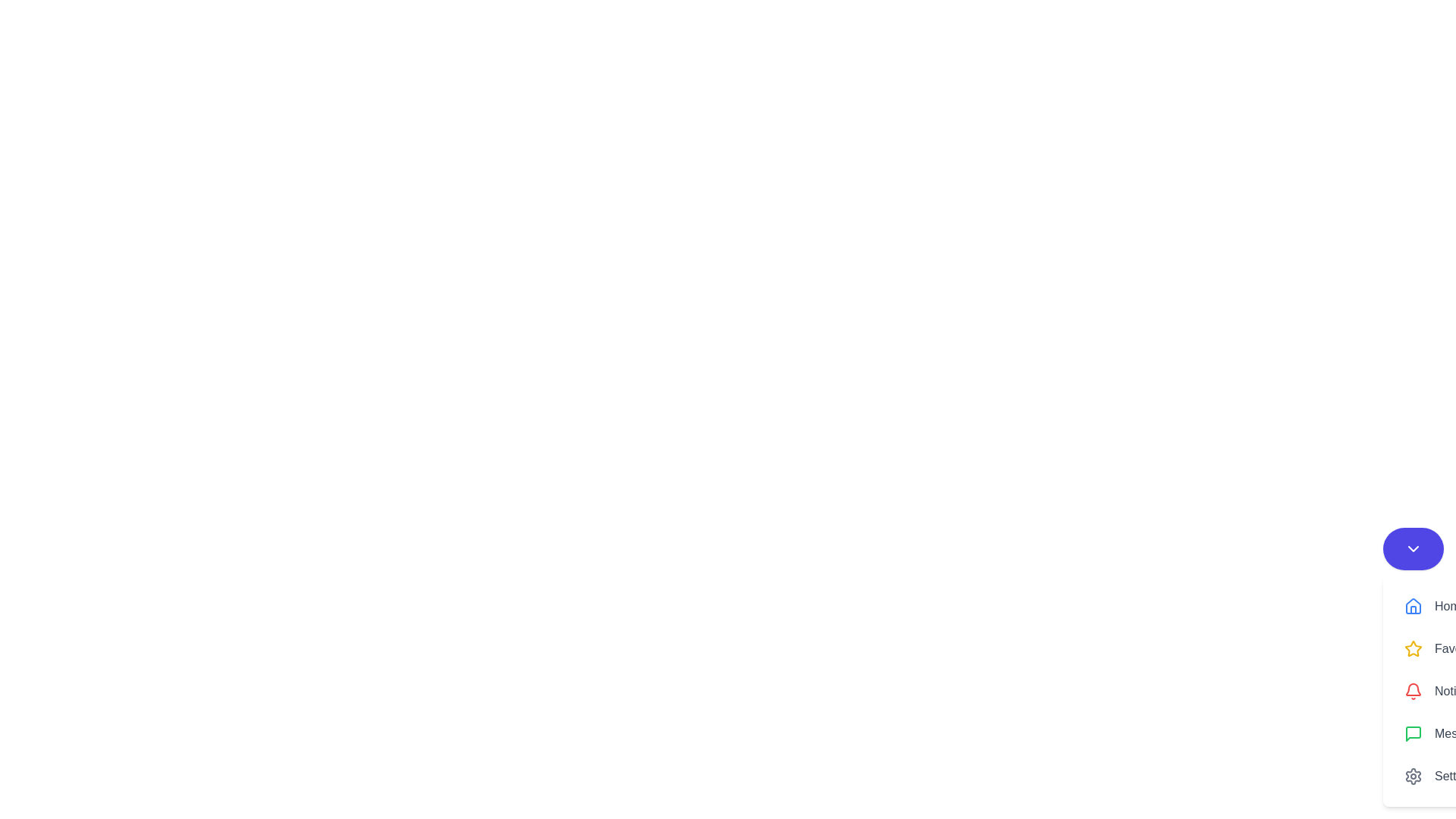  What do you see at coordinates (1412, 733) in the screenshot?
I see `the messaging icon located in the vertical menu on the right side of the interface, which is the fourth icon below the notification bell and above the settings gear` at bounding box center [1412, 733].